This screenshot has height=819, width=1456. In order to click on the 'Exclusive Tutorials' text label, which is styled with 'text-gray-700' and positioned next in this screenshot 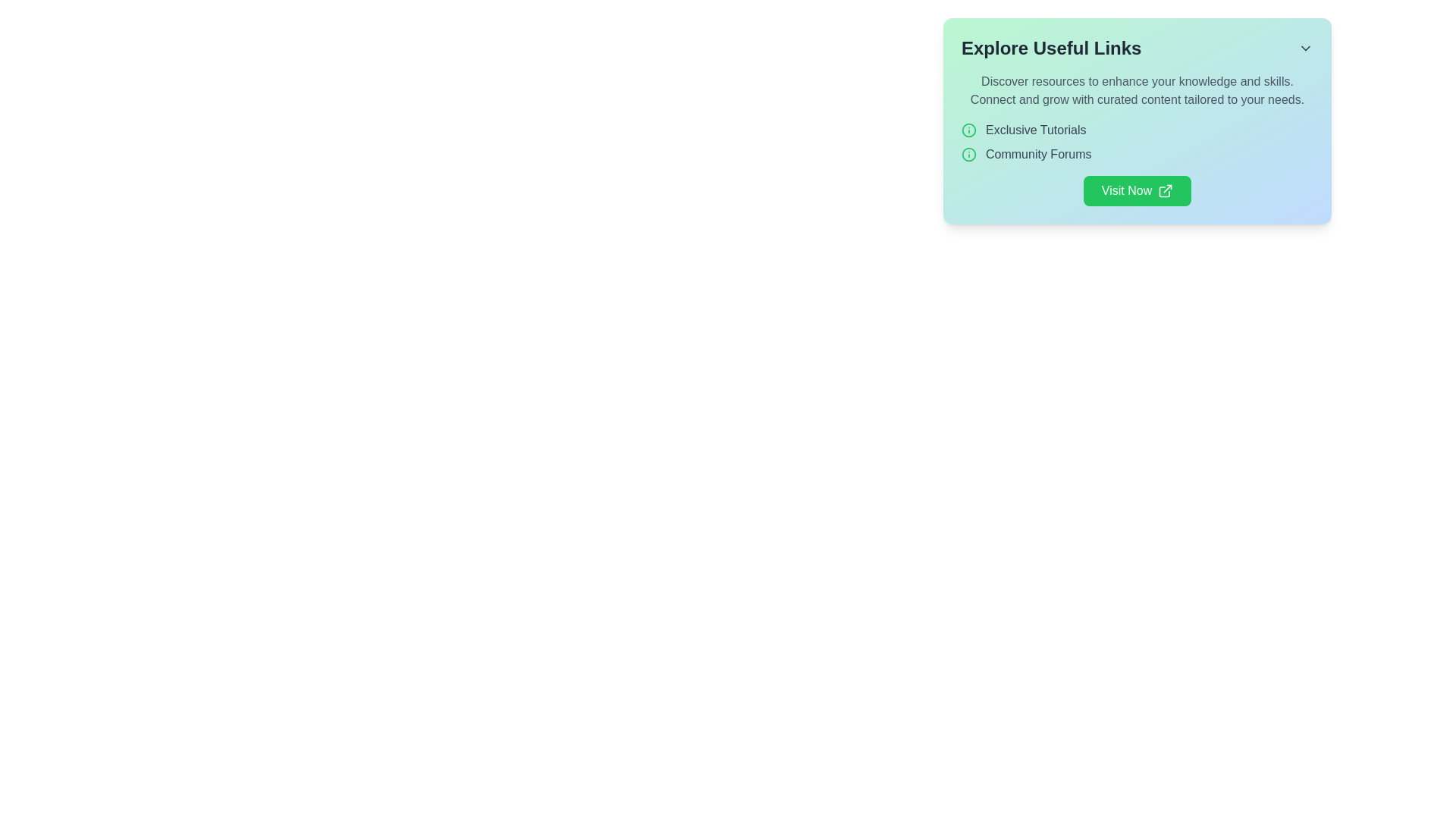, I will do `click(1035, 130)`.